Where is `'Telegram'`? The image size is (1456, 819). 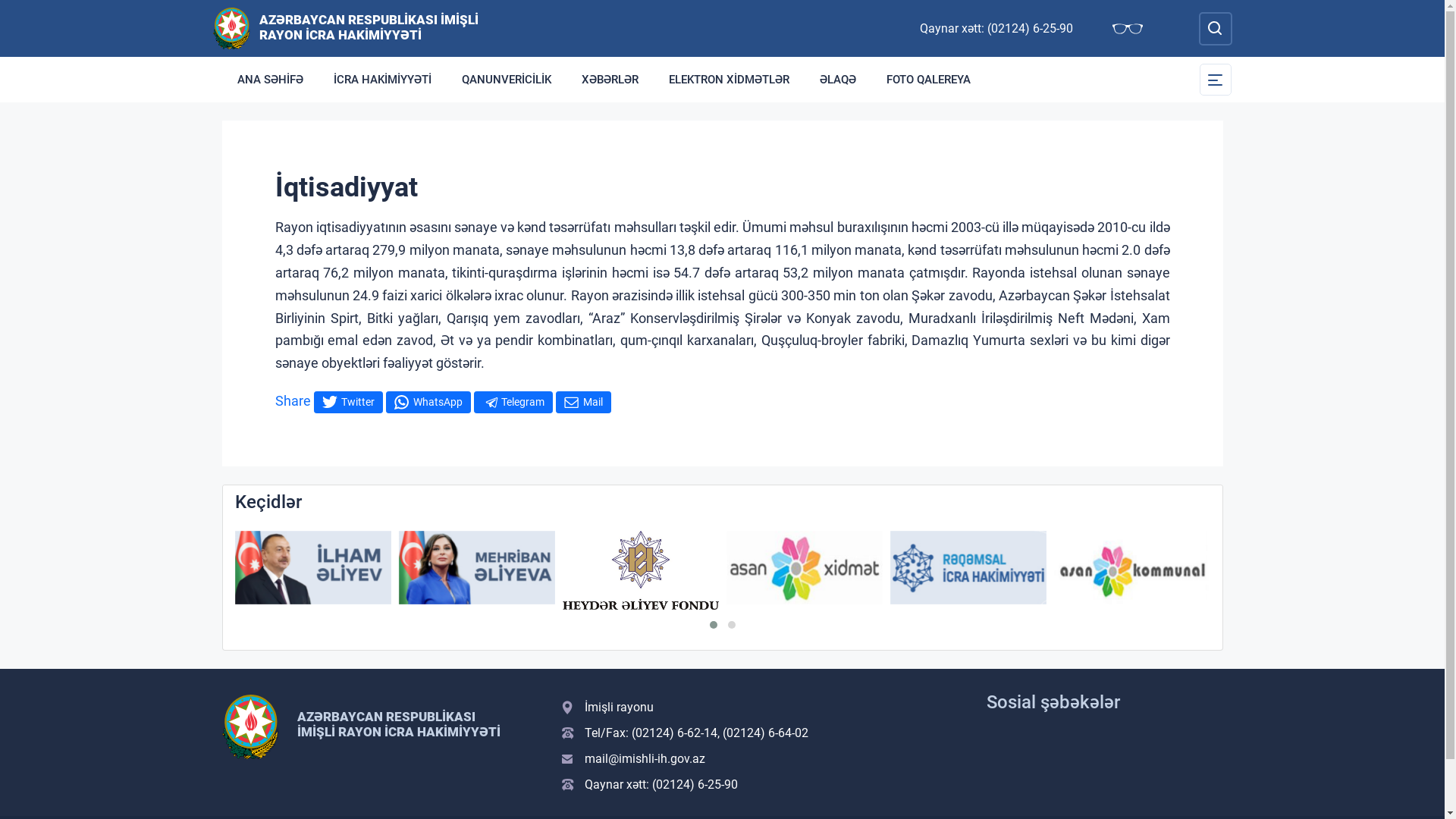 'Telegram' is located at coordinates (513, 401).